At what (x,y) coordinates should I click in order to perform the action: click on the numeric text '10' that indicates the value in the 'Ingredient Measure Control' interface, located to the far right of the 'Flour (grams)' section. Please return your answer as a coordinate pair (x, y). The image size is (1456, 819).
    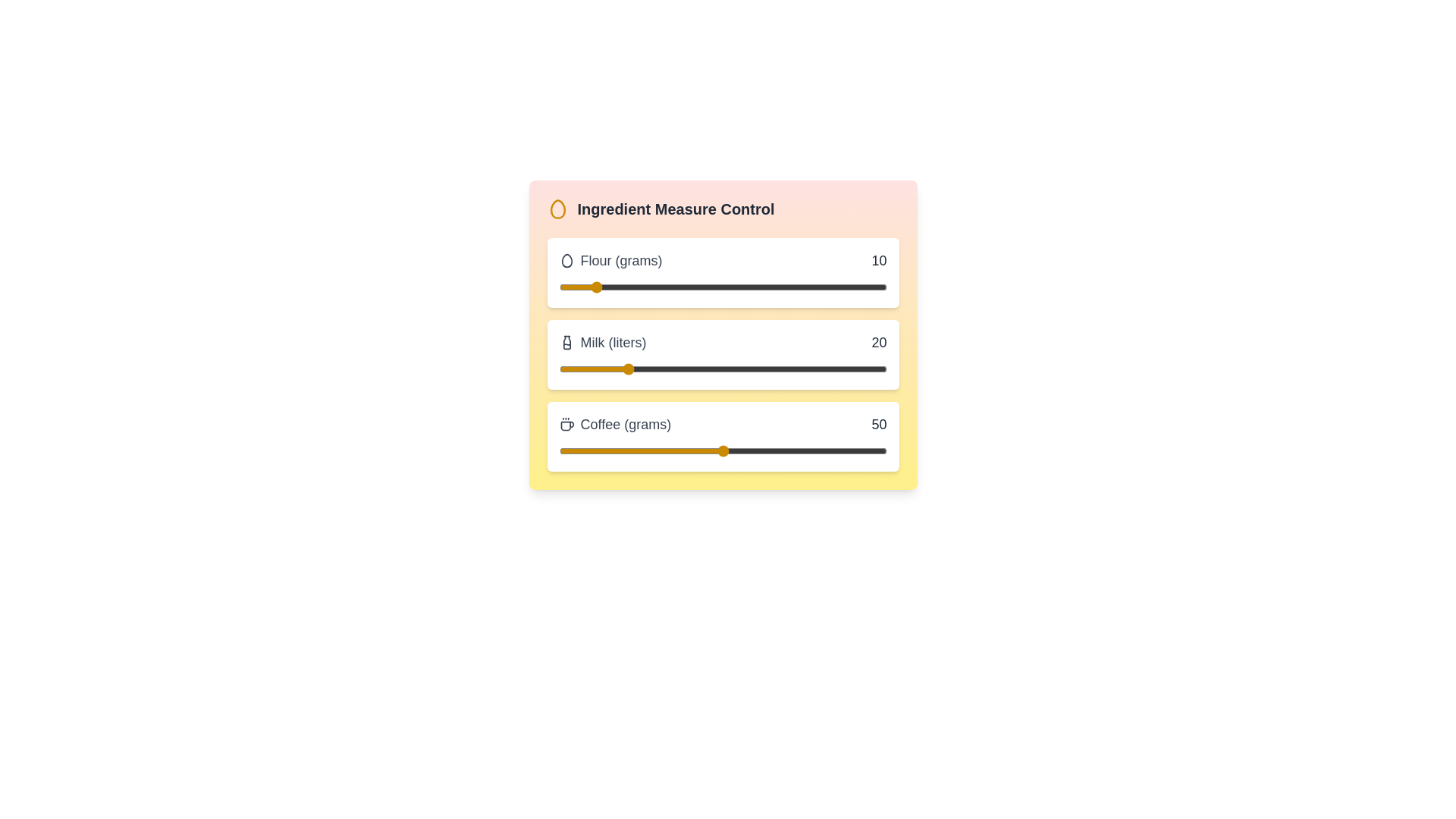
    Looking at the image, I should click on (879, 259).